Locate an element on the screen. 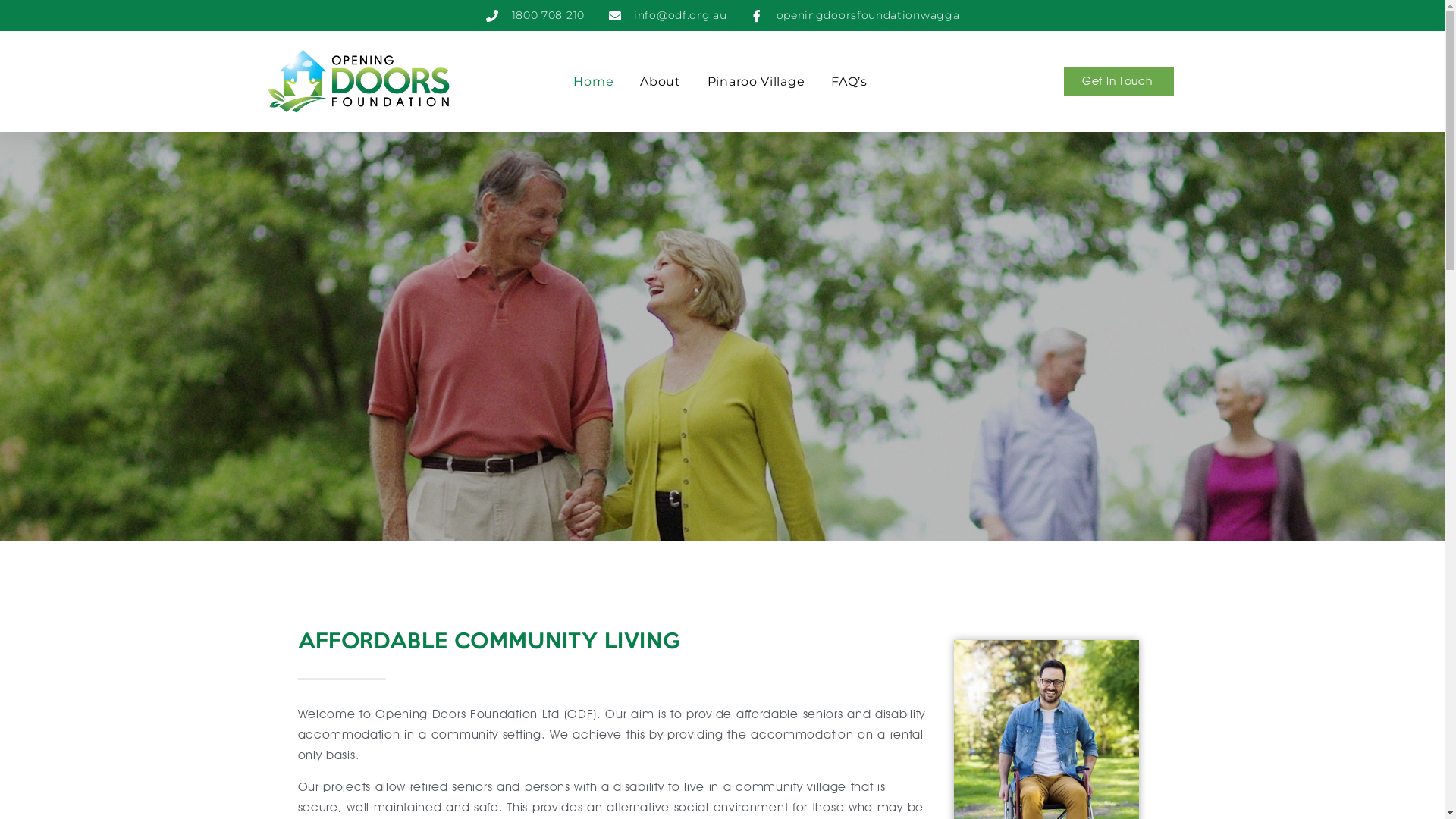 Image resolution: width=1456 pixels, height=819 pixels. '1800 708 210' is located at coordinates (535, 15).